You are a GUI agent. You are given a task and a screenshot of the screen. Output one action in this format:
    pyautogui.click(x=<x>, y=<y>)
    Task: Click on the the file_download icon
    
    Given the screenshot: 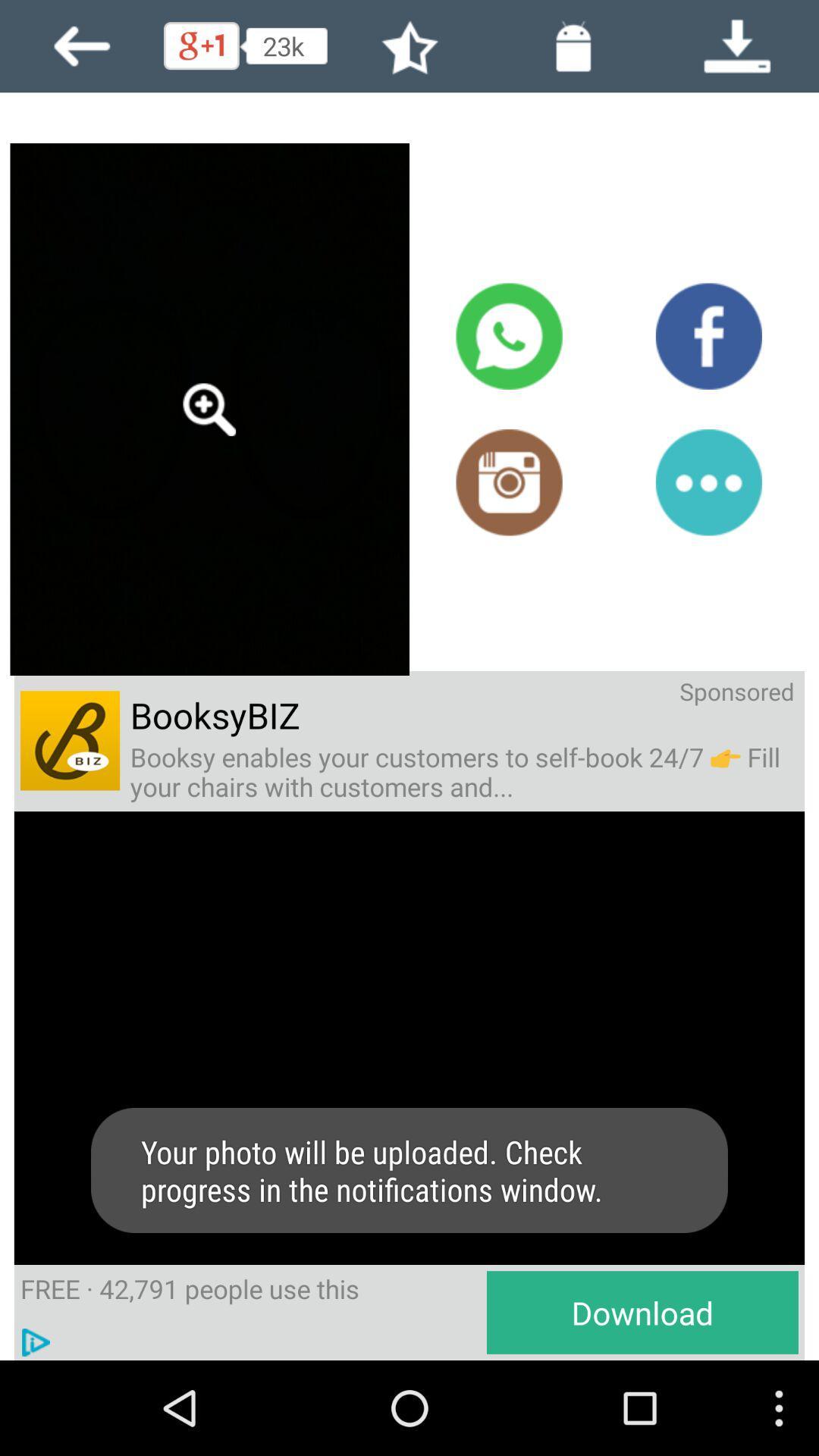 What is the action you would take?
    pyautogui.click(x=736, y=49)
    